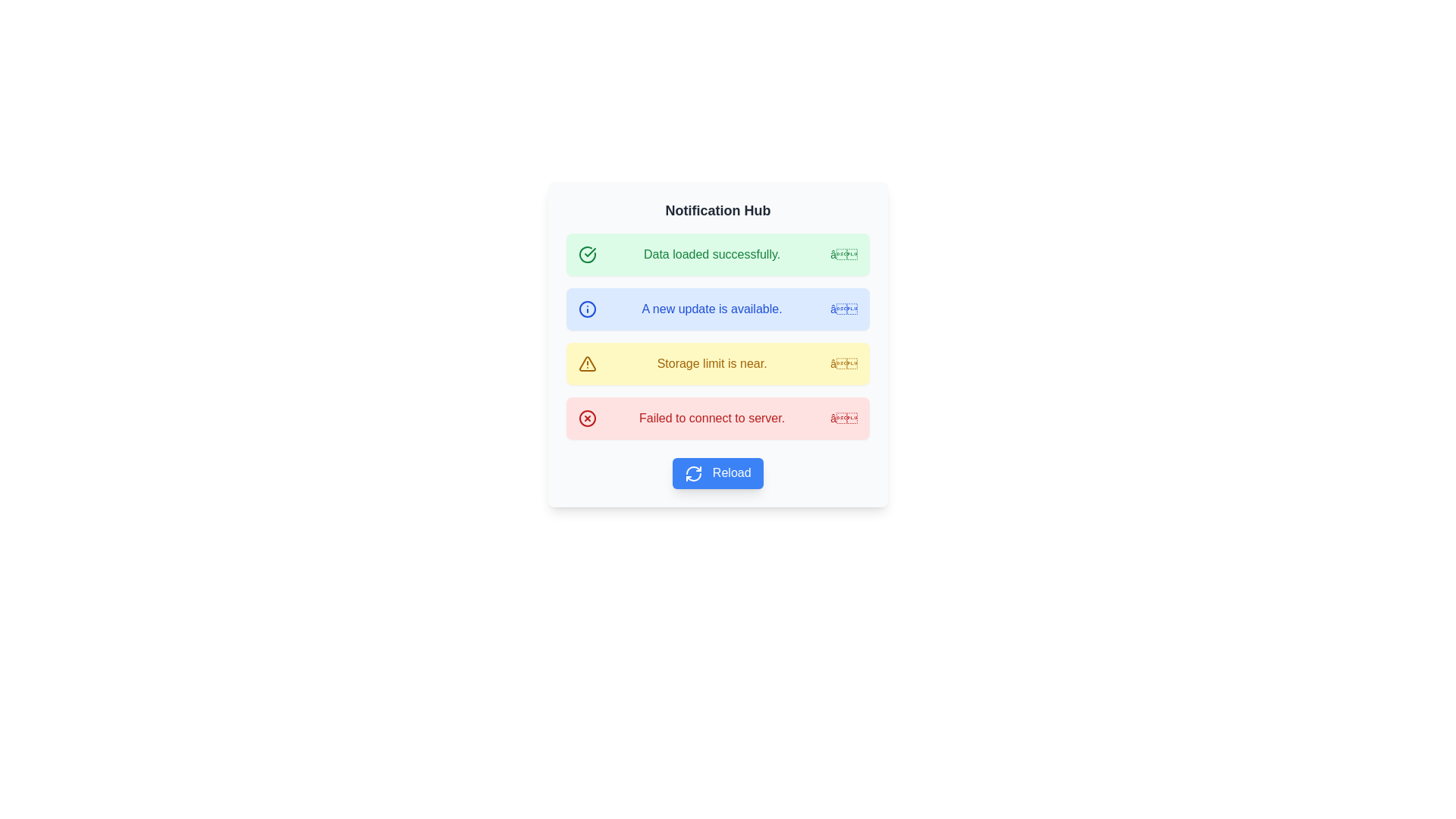 This screenshot has width=1456, height=819. Describe the element at coordinates (717, 210) in the screenshot. I see `the Text label that serves as the title for the notification pane, positioned at the top-center of the notification card` at that location.